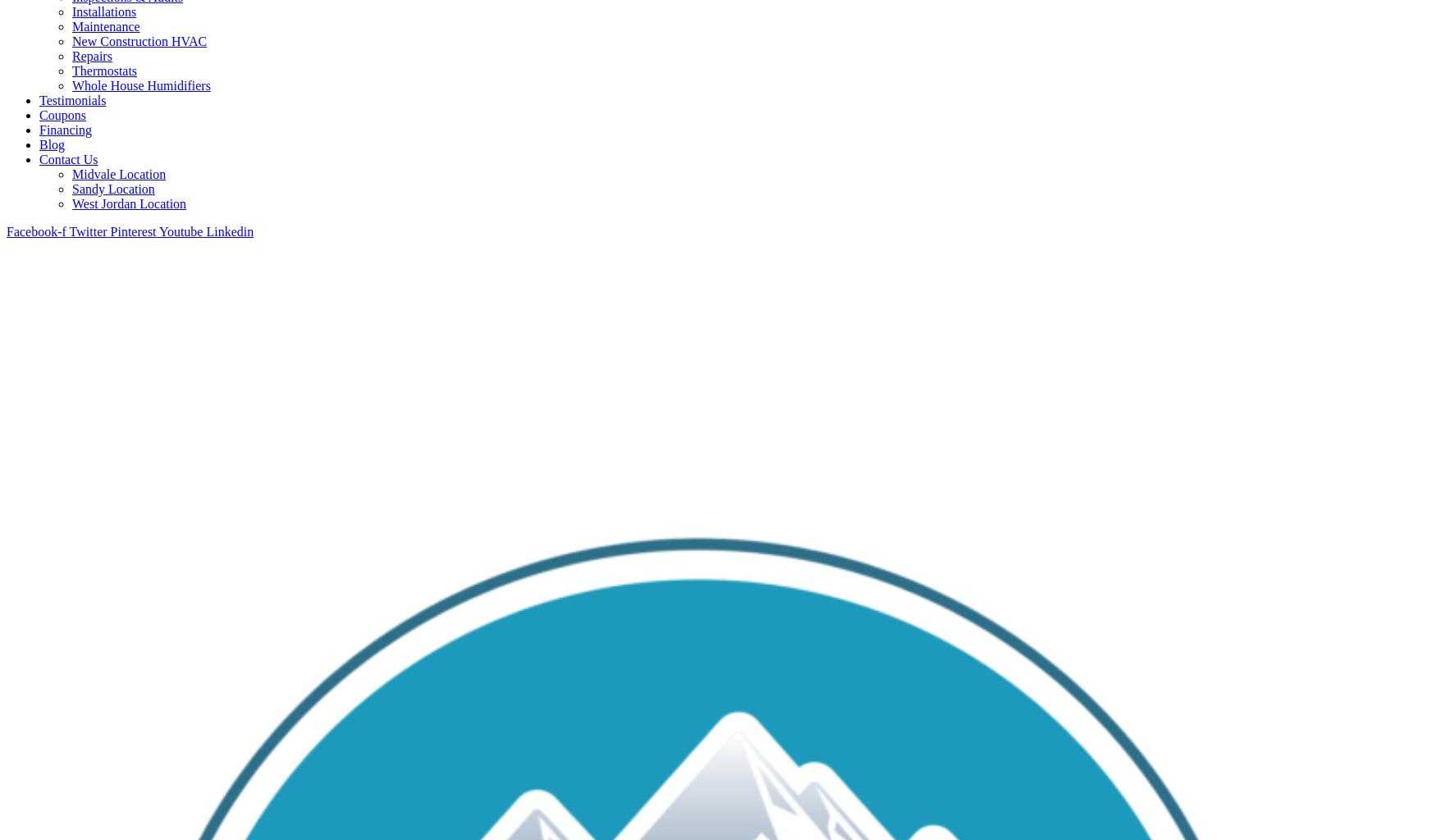  What do you see at coordinates (141, 84) in the screenshot?
I see `'Whole House Humidifiers'` at bounding box center [141, 84].